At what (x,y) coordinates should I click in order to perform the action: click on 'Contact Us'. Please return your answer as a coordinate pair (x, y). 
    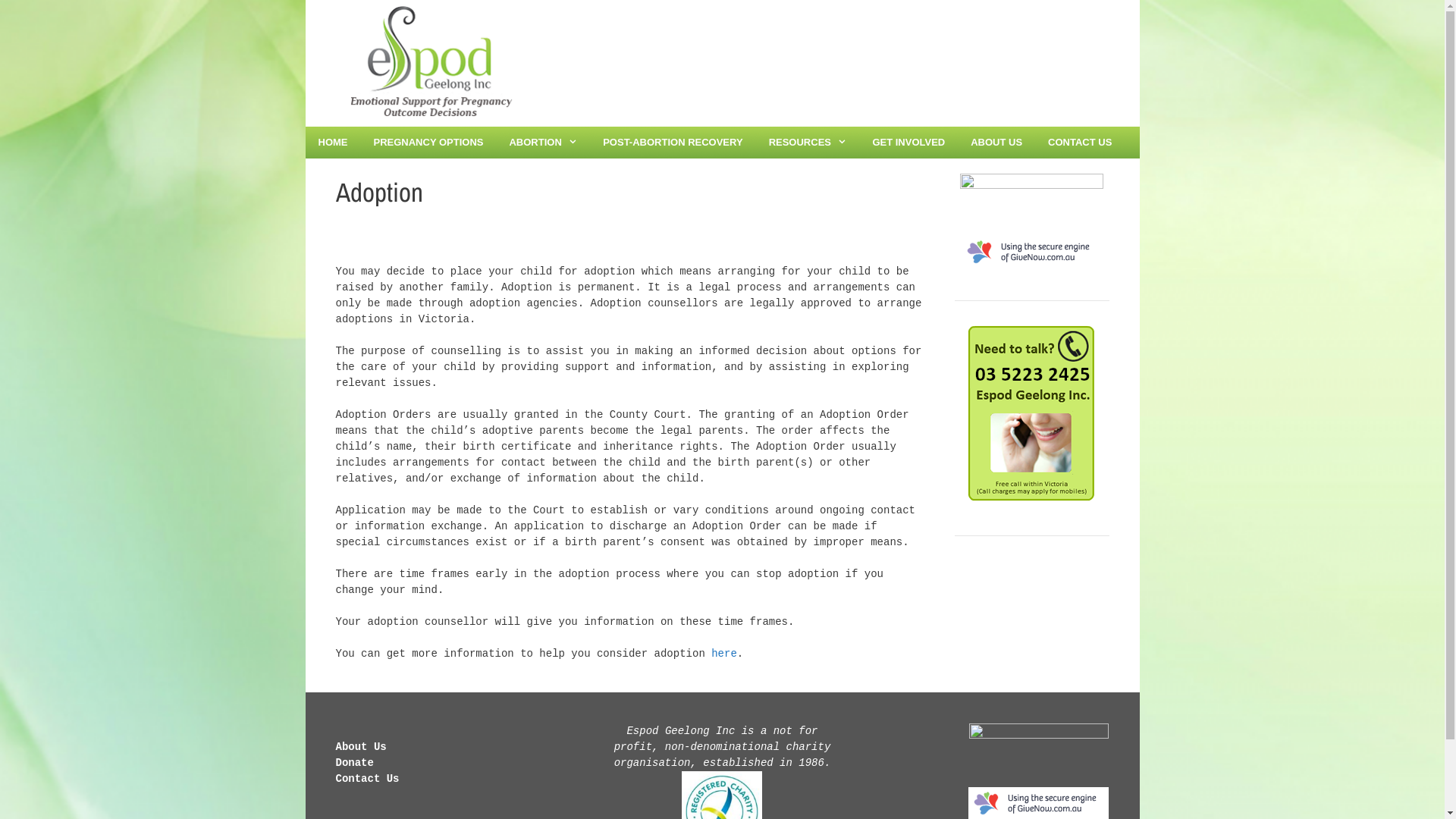
    Looking at the image, I should click on (367, 778).